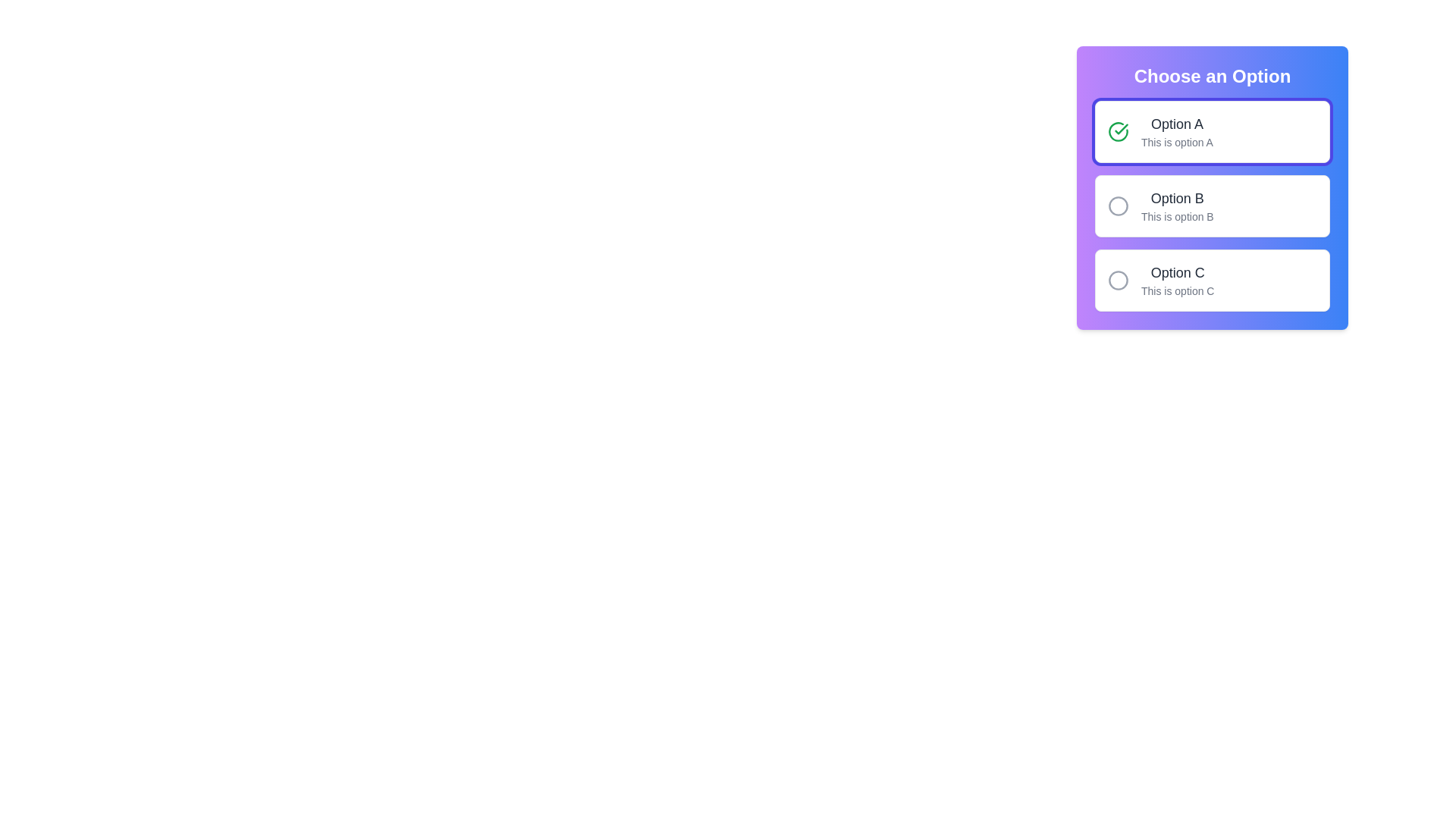  What do you see at coordinates (1118, 130) in the screenshot?
I see `the icon indicating 'Option A' in the vertical selection menu located on the right side of the interface` at bounding box center [1118, 130].